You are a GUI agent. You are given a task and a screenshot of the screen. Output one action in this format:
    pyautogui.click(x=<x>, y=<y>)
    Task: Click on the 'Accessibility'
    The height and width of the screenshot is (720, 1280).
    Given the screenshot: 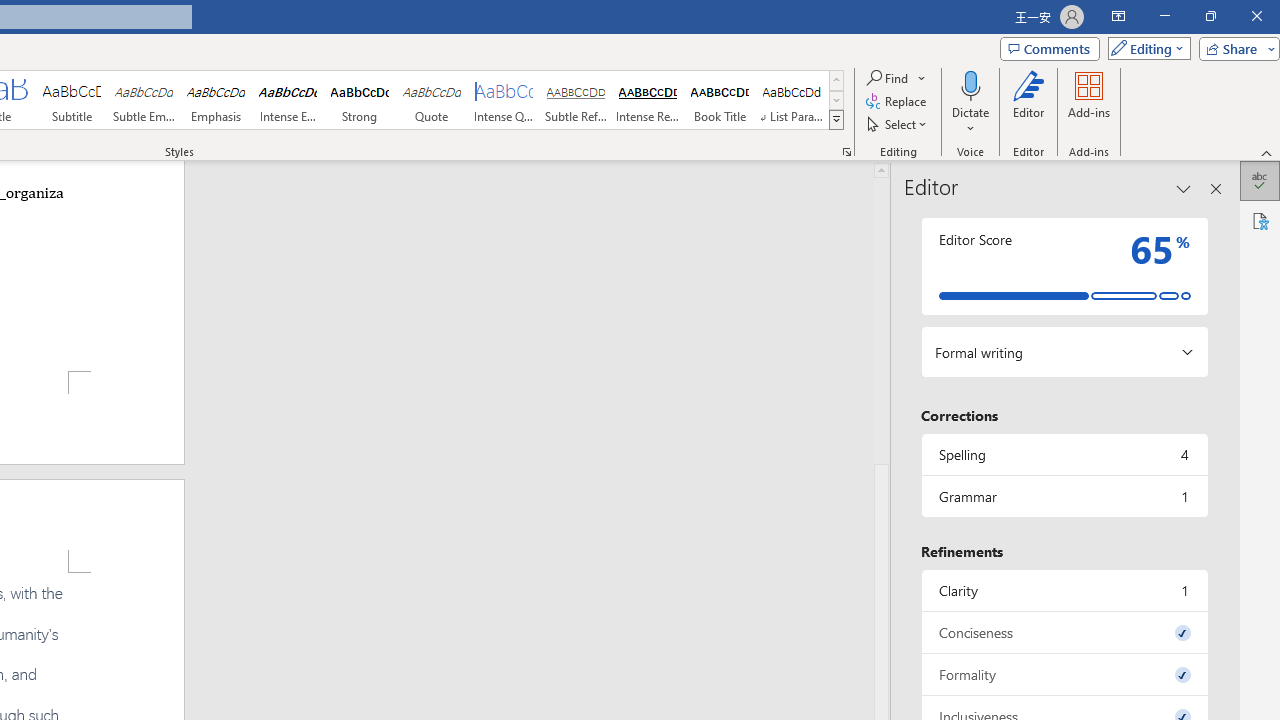 What is the action you would take?
    pyautogui.click(x=1259, y=221)
    